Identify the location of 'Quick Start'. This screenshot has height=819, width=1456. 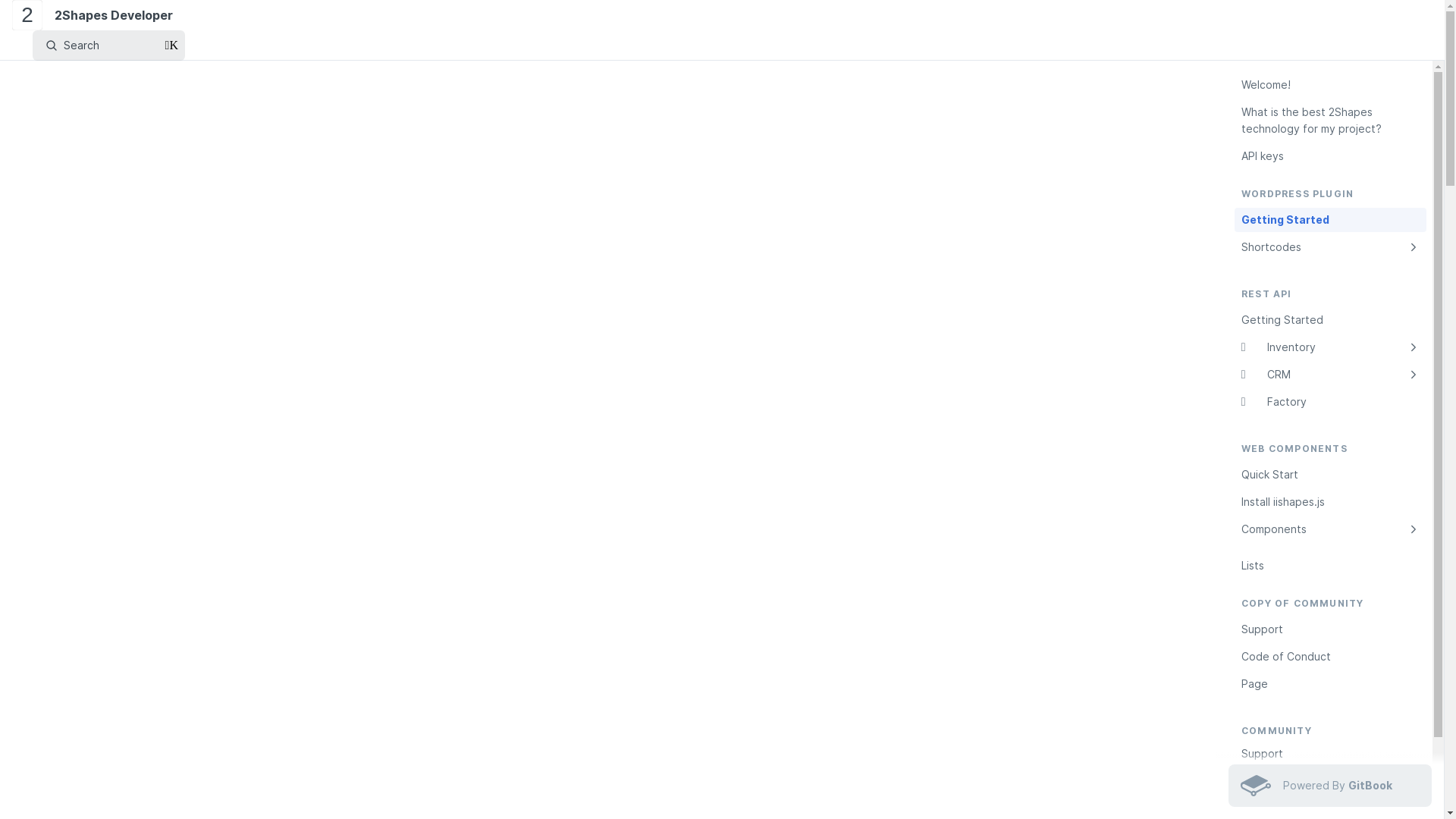
(1329, 473).